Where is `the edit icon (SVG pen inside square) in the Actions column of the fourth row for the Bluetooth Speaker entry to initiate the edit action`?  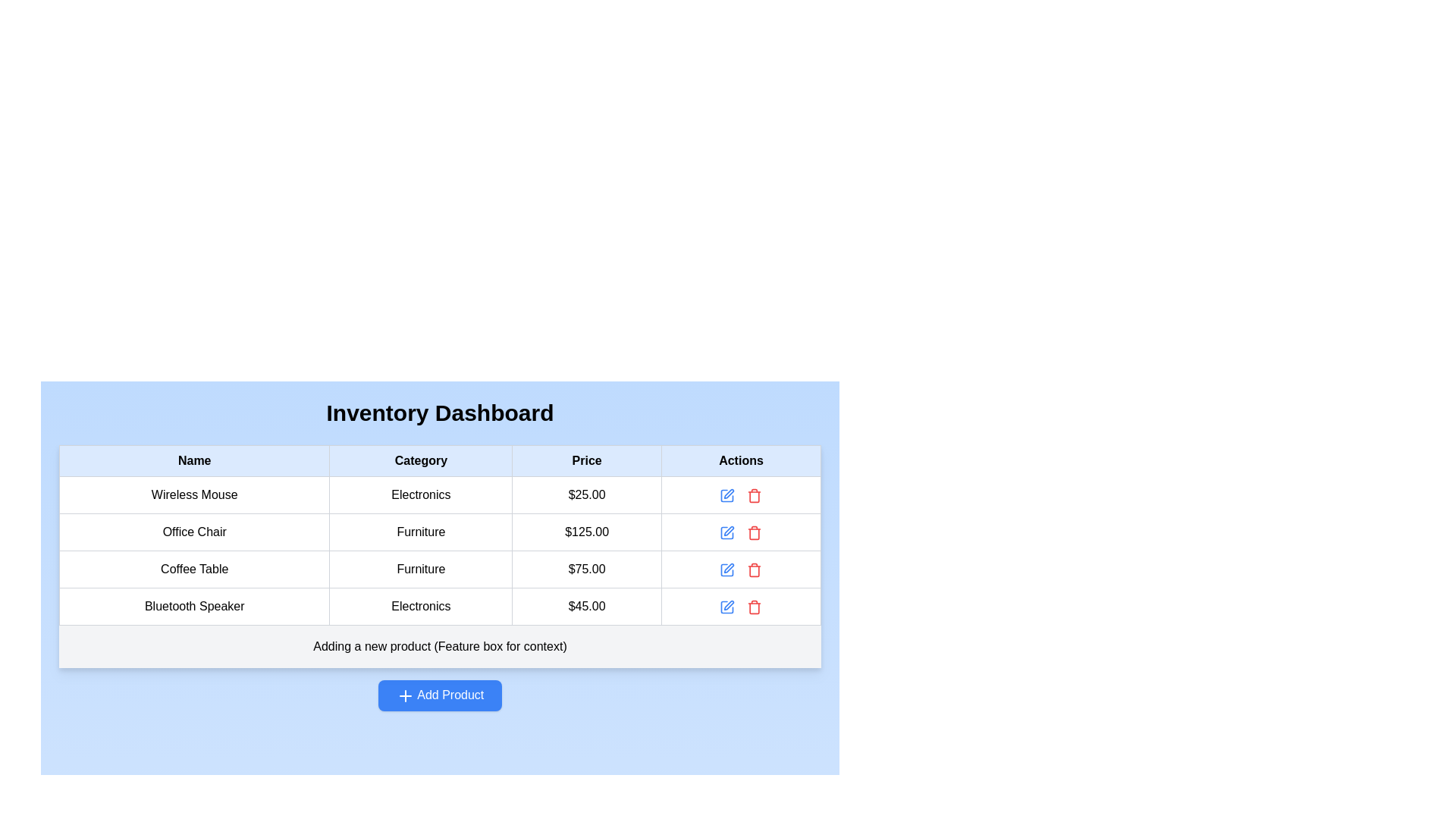
the edit icon (SVG pen inside square) in the Actions column of the fourth row for the Bluetooth Speaker entry to initiate the edit action is located at coordinates (726, 606).